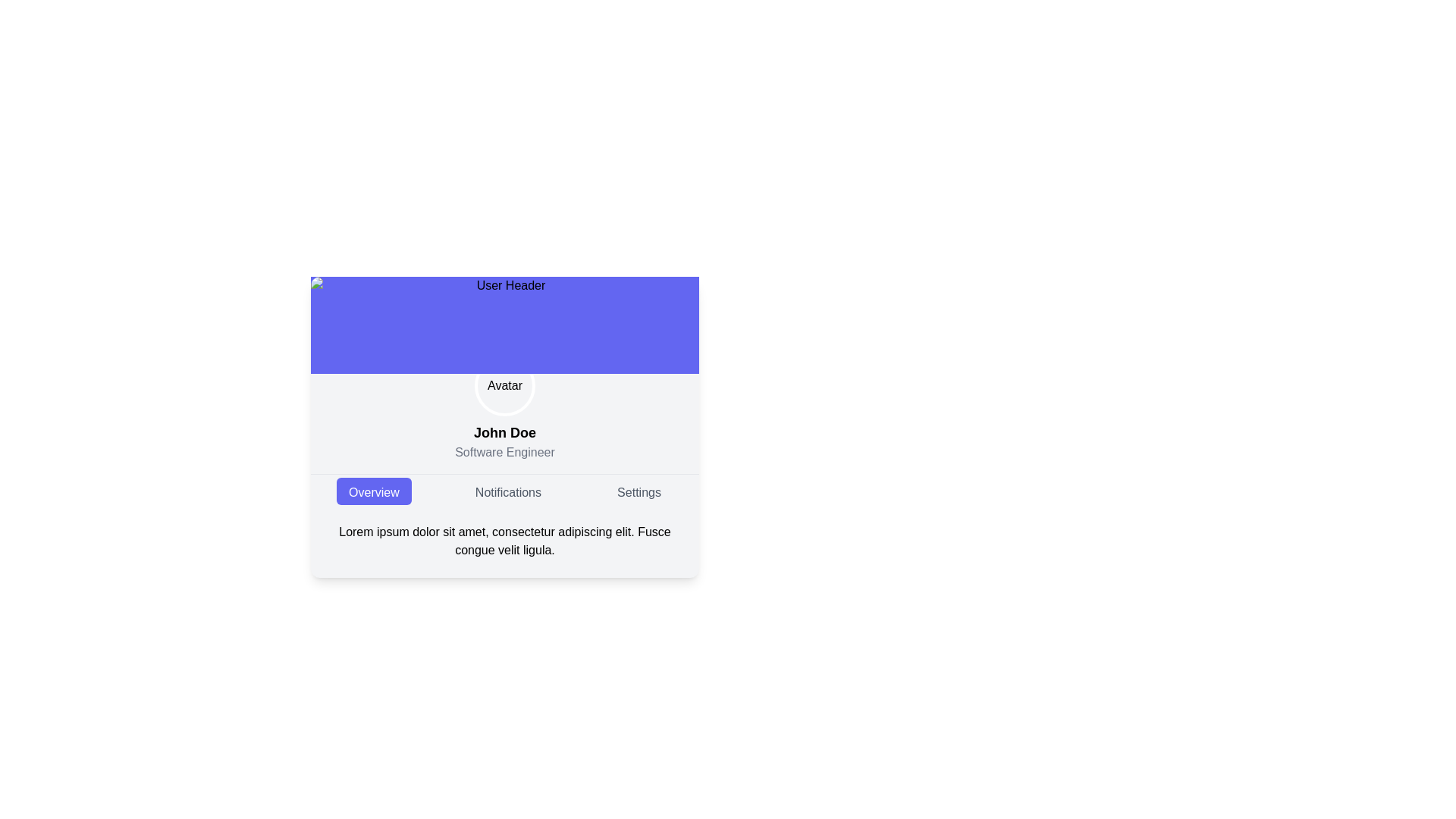 This screenshot has height=819, width=1456. I want to click on the static text label displaying the user's name, which is centrally aligned in the user profile section, positioned below the header and following the avatar image, so click(505, 432).